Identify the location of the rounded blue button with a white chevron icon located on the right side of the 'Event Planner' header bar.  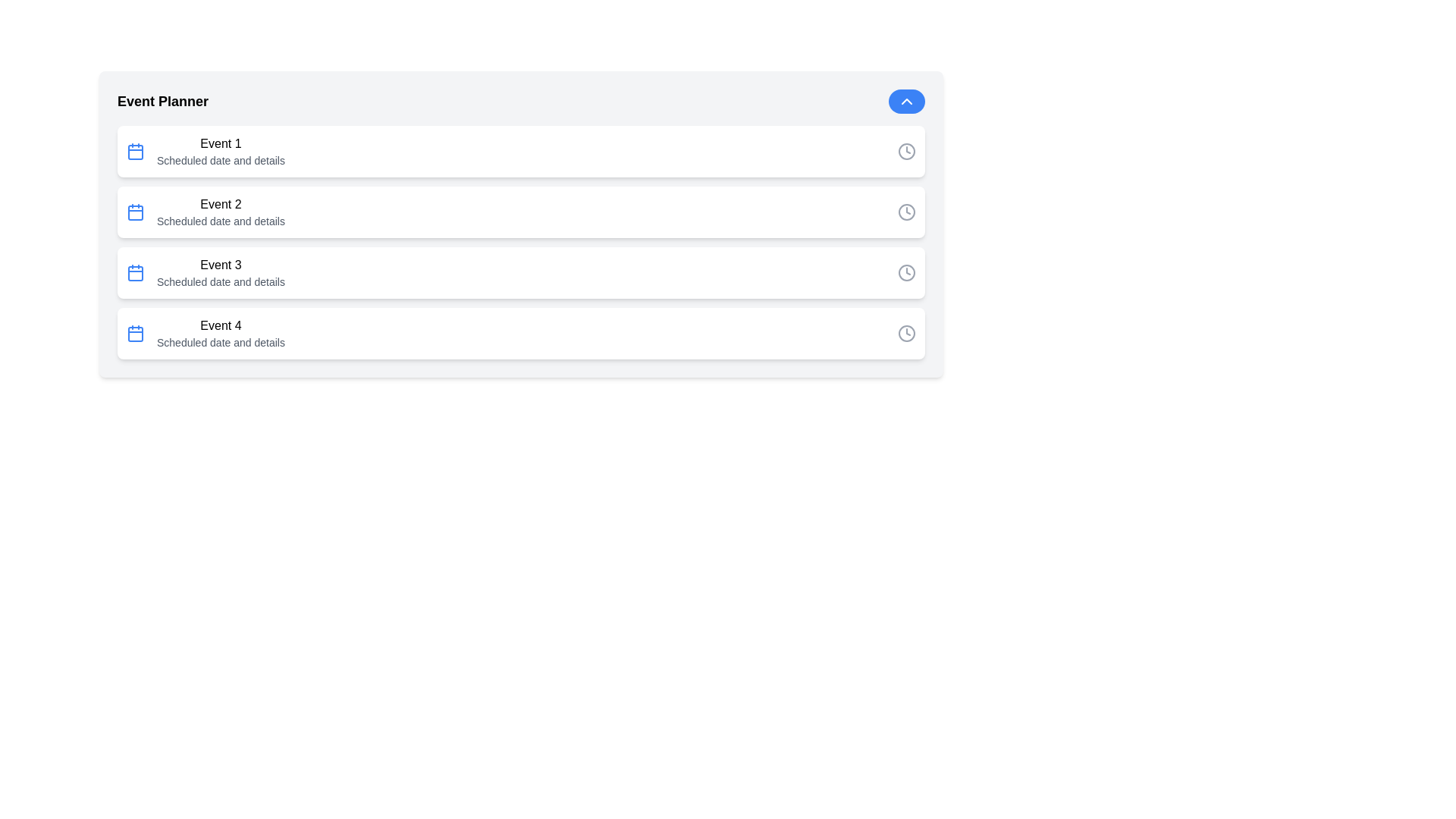
(906, 102).